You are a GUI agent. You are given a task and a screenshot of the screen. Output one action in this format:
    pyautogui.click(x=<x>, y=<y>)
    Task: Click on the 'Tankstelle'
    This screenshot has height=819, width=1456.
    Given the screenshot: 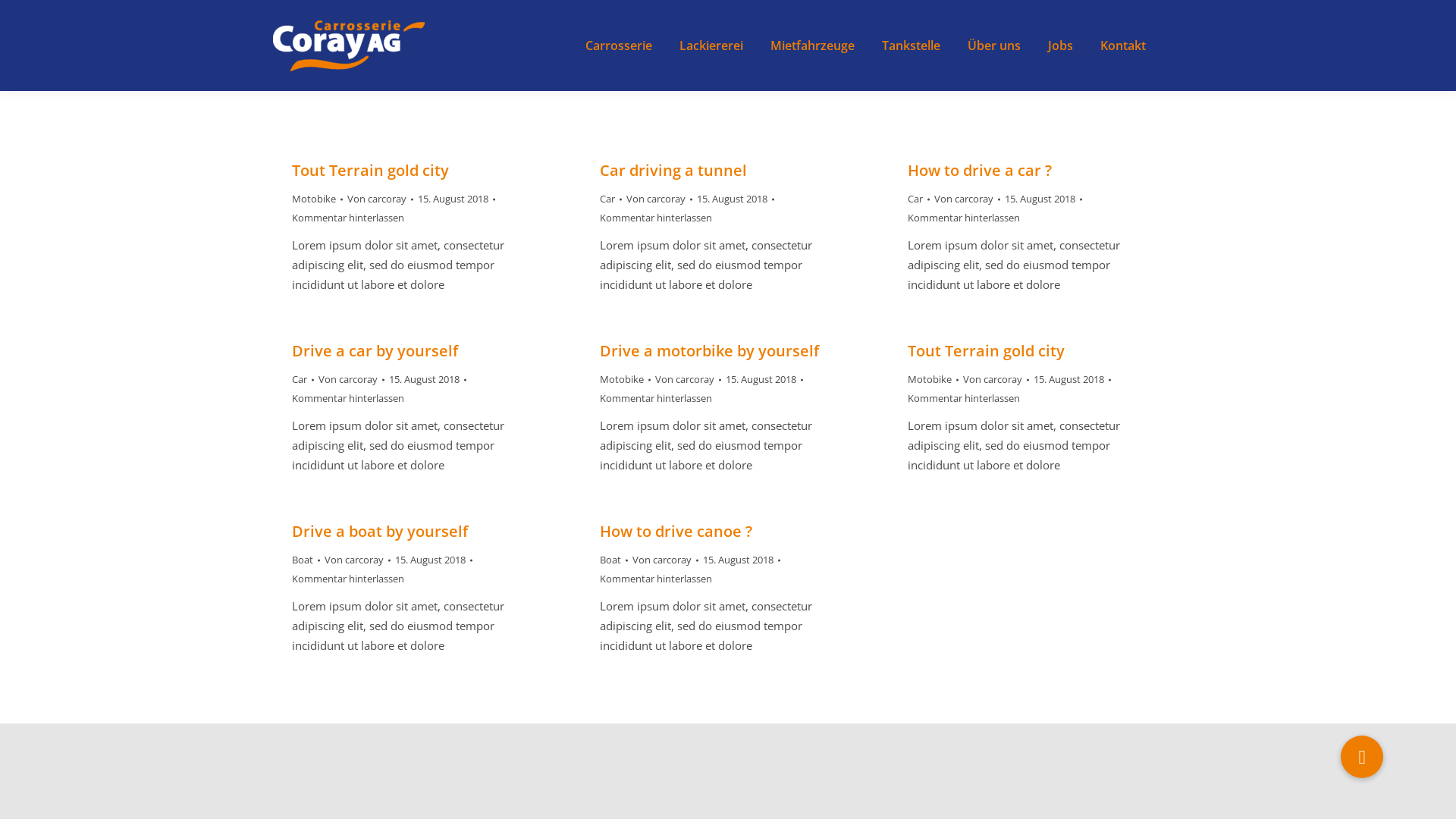 What is the action you would take?
    pyautogui.click(x=910, y=45)
    